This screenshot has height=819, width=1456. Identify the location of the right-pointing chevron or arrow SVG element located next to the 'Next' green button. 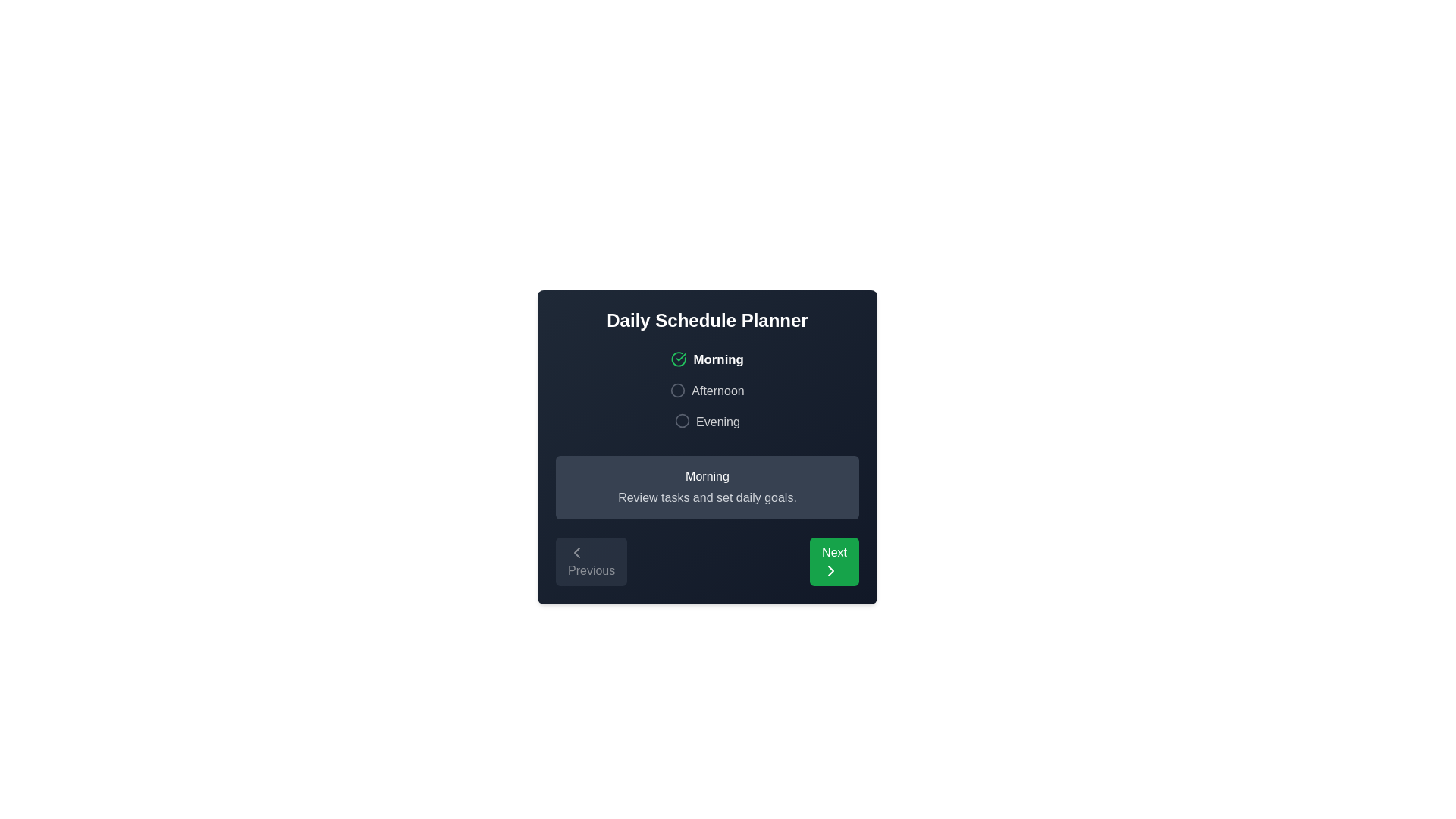
(830, 571).